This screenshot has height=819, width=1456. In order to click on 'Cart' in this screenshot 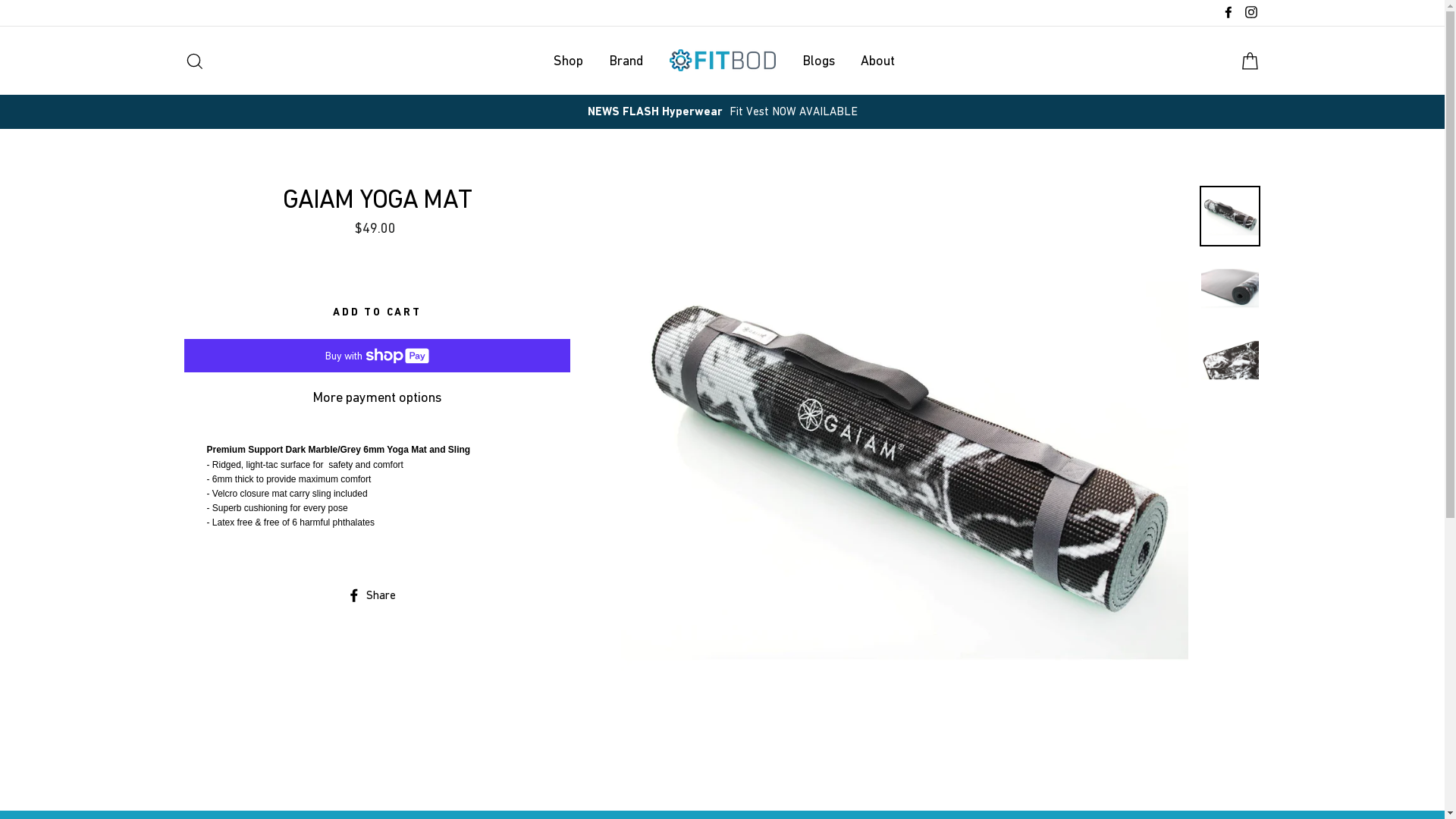, I will do `click(1249, 60)`.